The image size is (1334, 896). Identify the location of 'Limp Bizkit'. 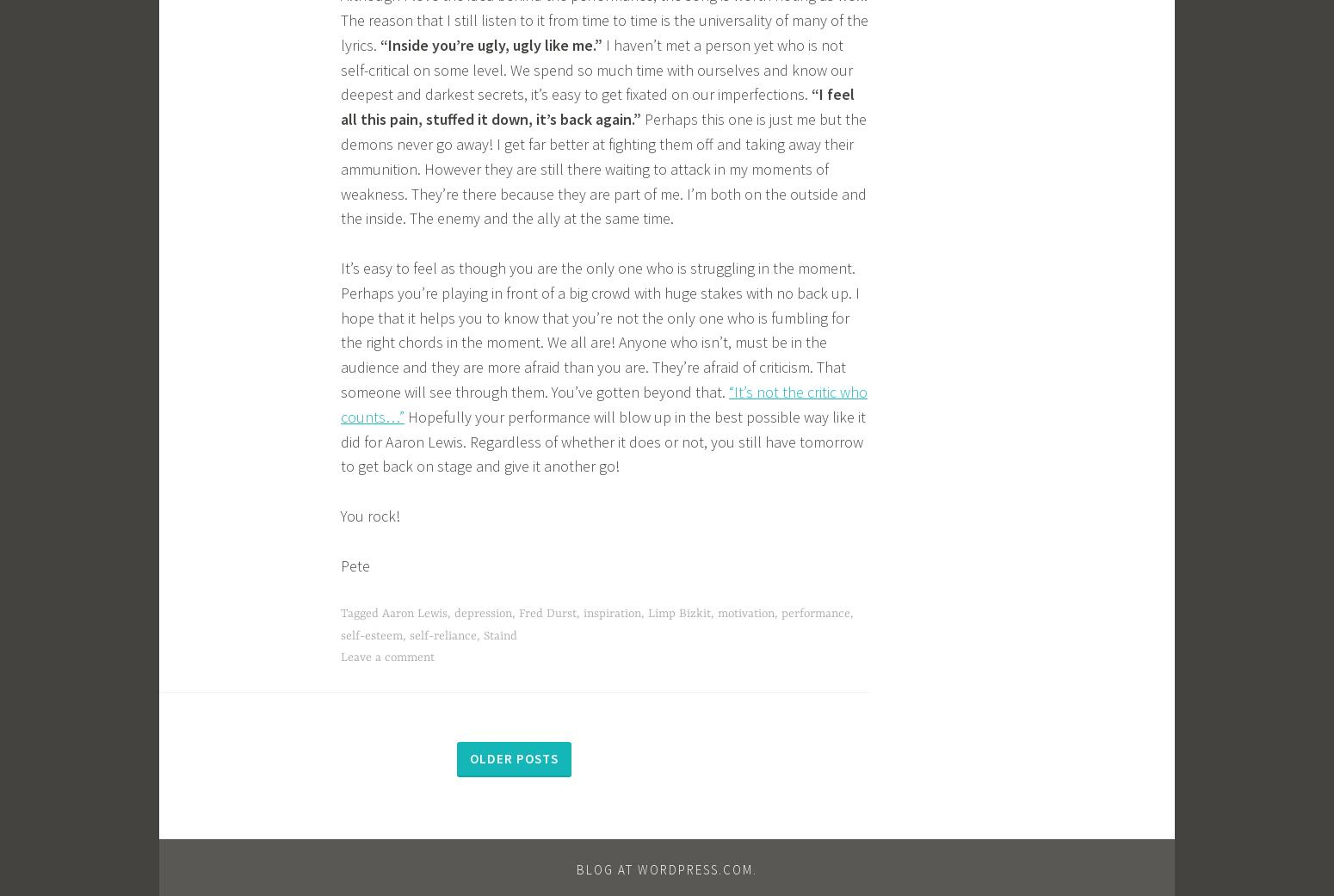
(678, 612).